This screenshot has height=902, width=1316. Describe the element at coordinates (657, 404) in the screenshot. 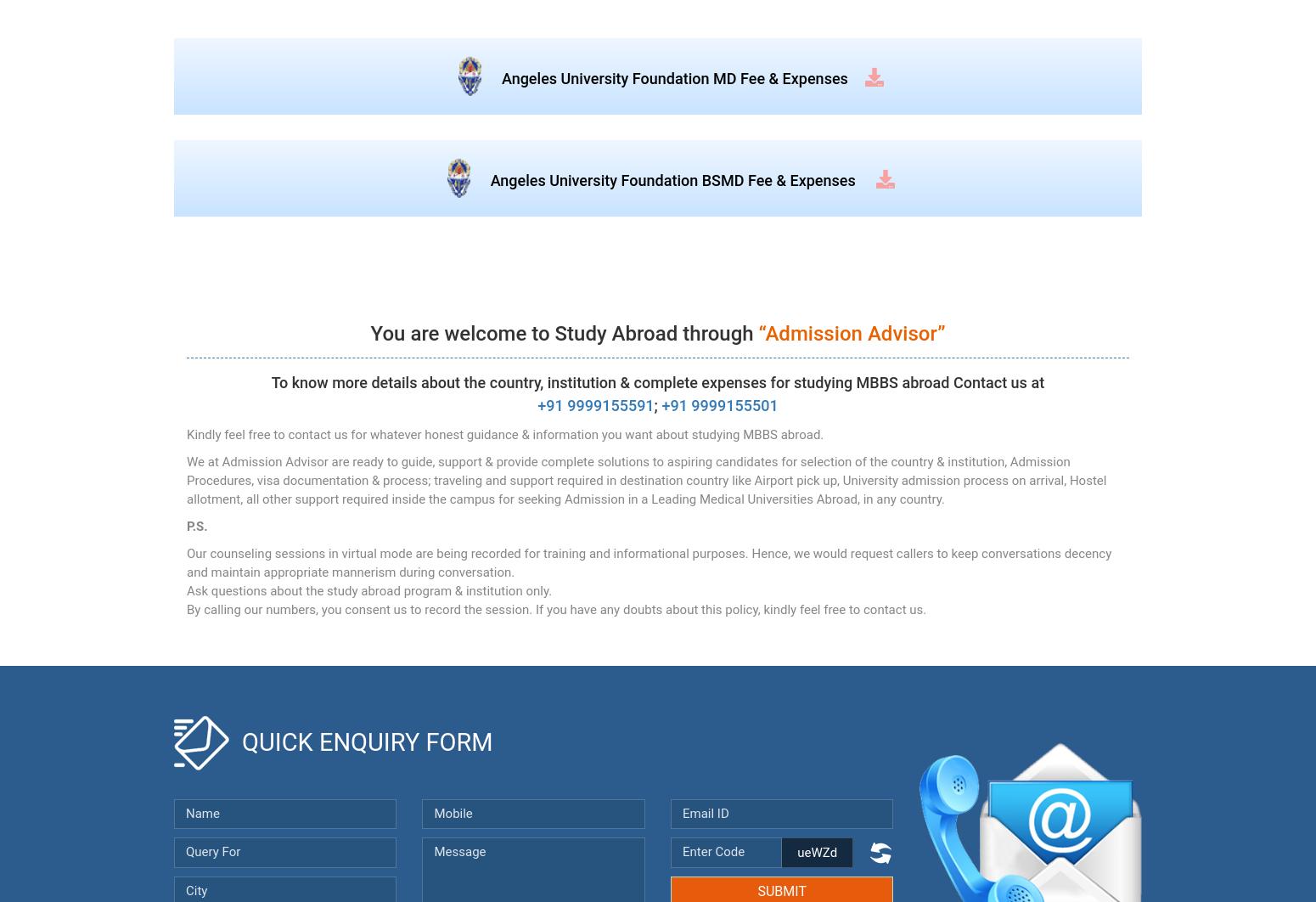

I see `';'` at that location.